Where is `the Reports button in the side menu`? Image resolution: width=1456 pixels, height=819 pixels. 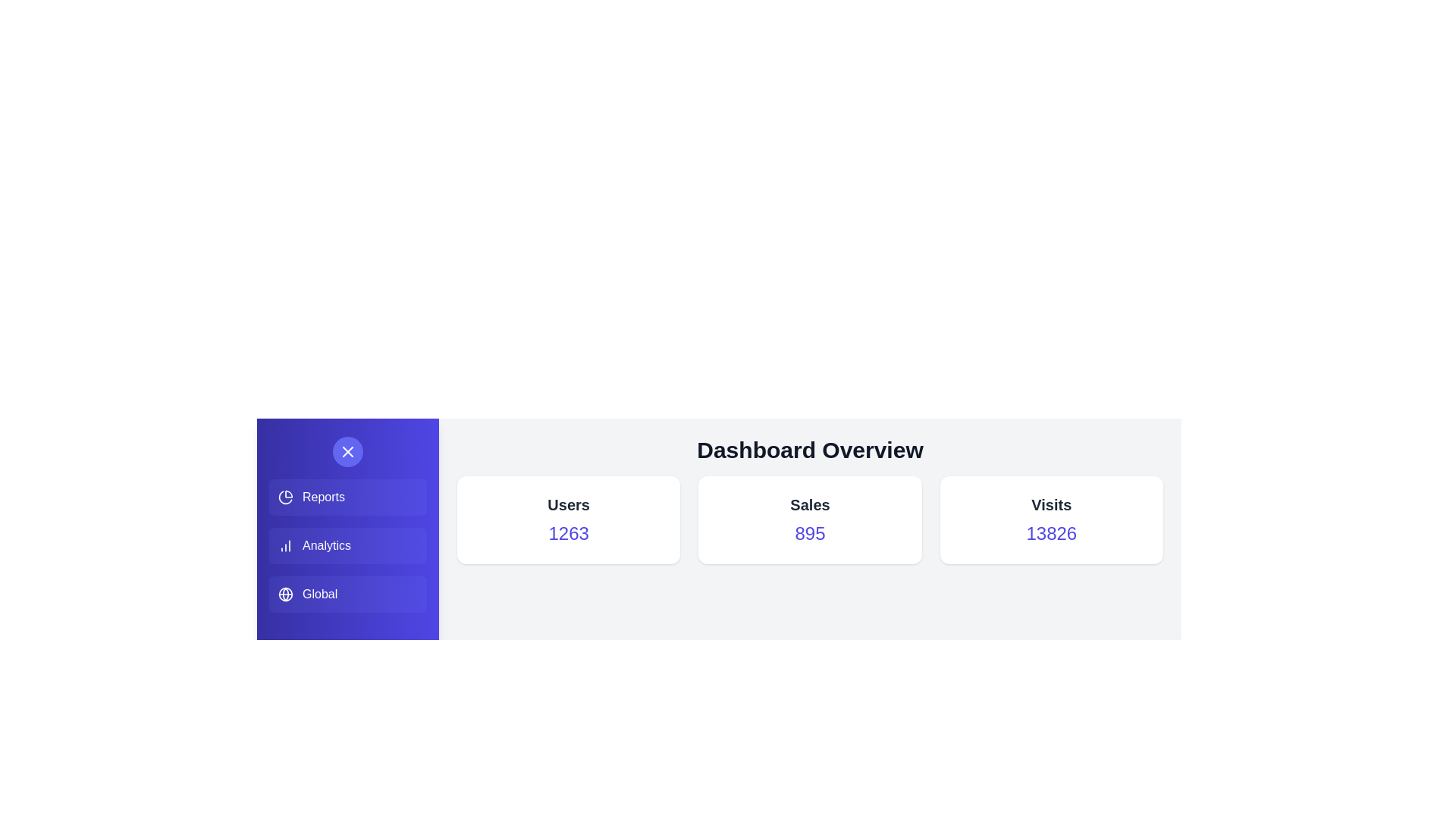 the Reports button in the side menu is located at coordinates (347, 497).